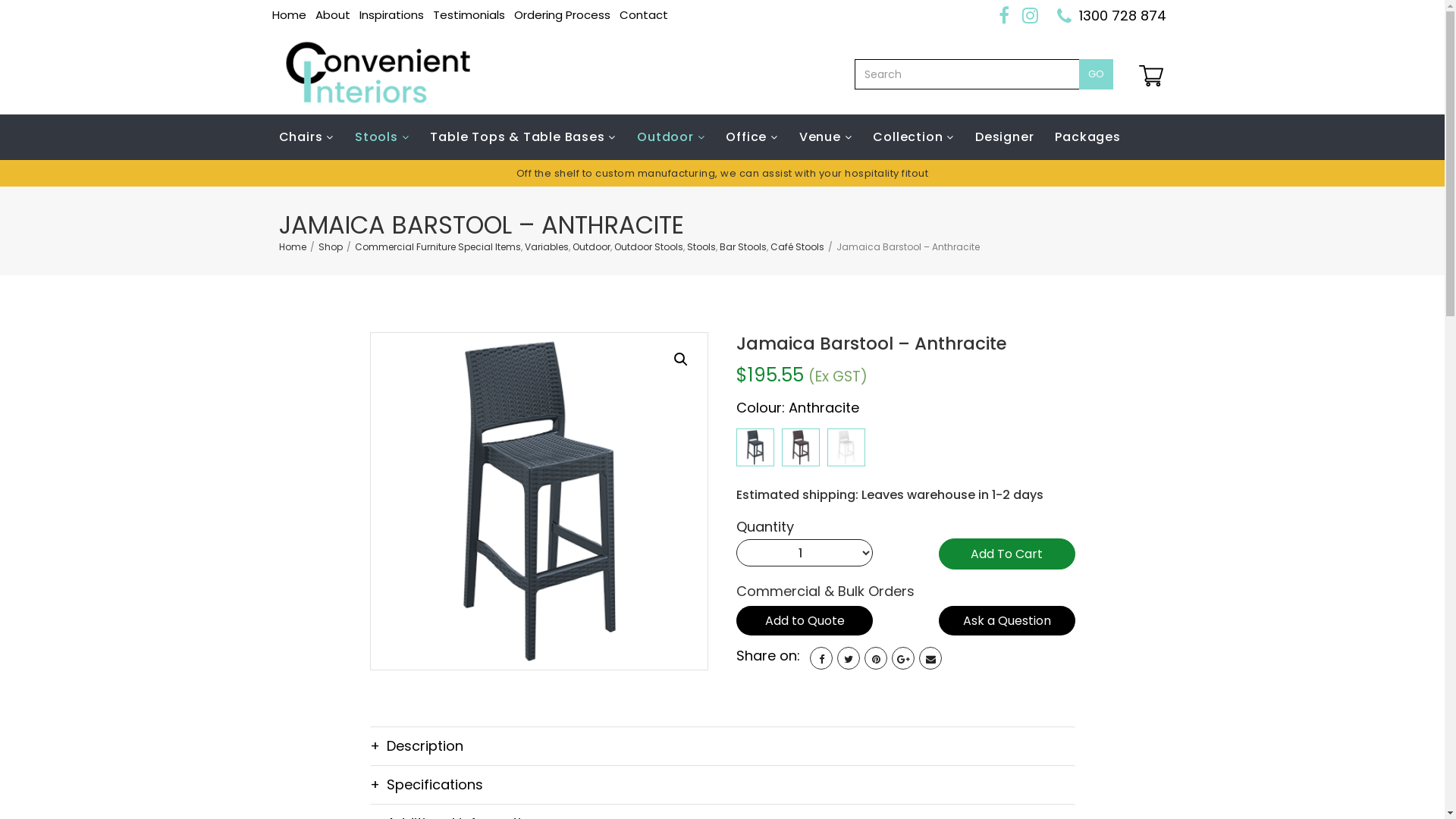 This screenshot has height=819, width=1456. What do you see at coordinates (938, 554) in the screenshot?
I see `'Add To Cart'` at bounding box center [938, 554].